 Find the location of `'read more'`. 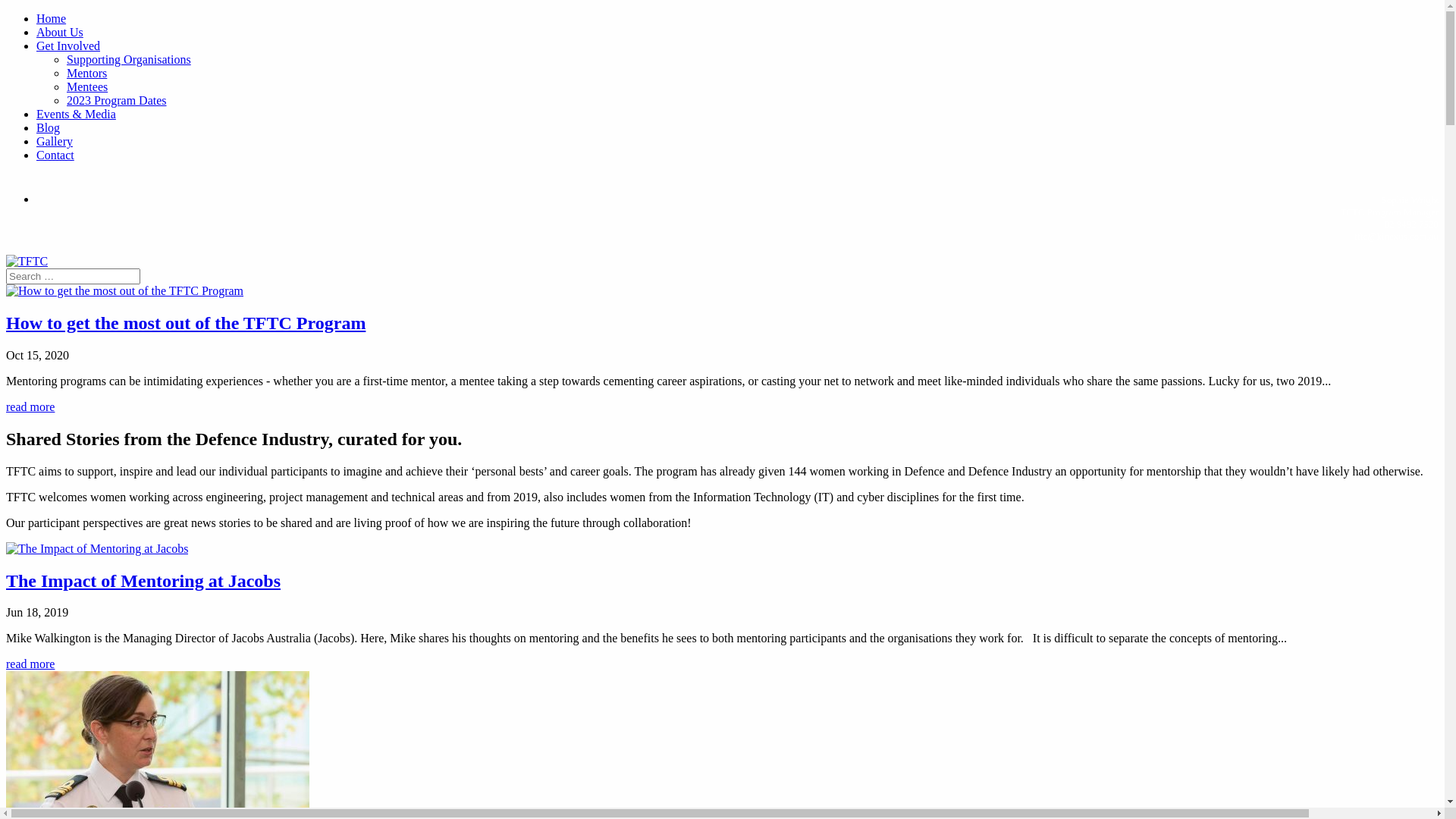

'read more' is located at coordinates (30, 663).